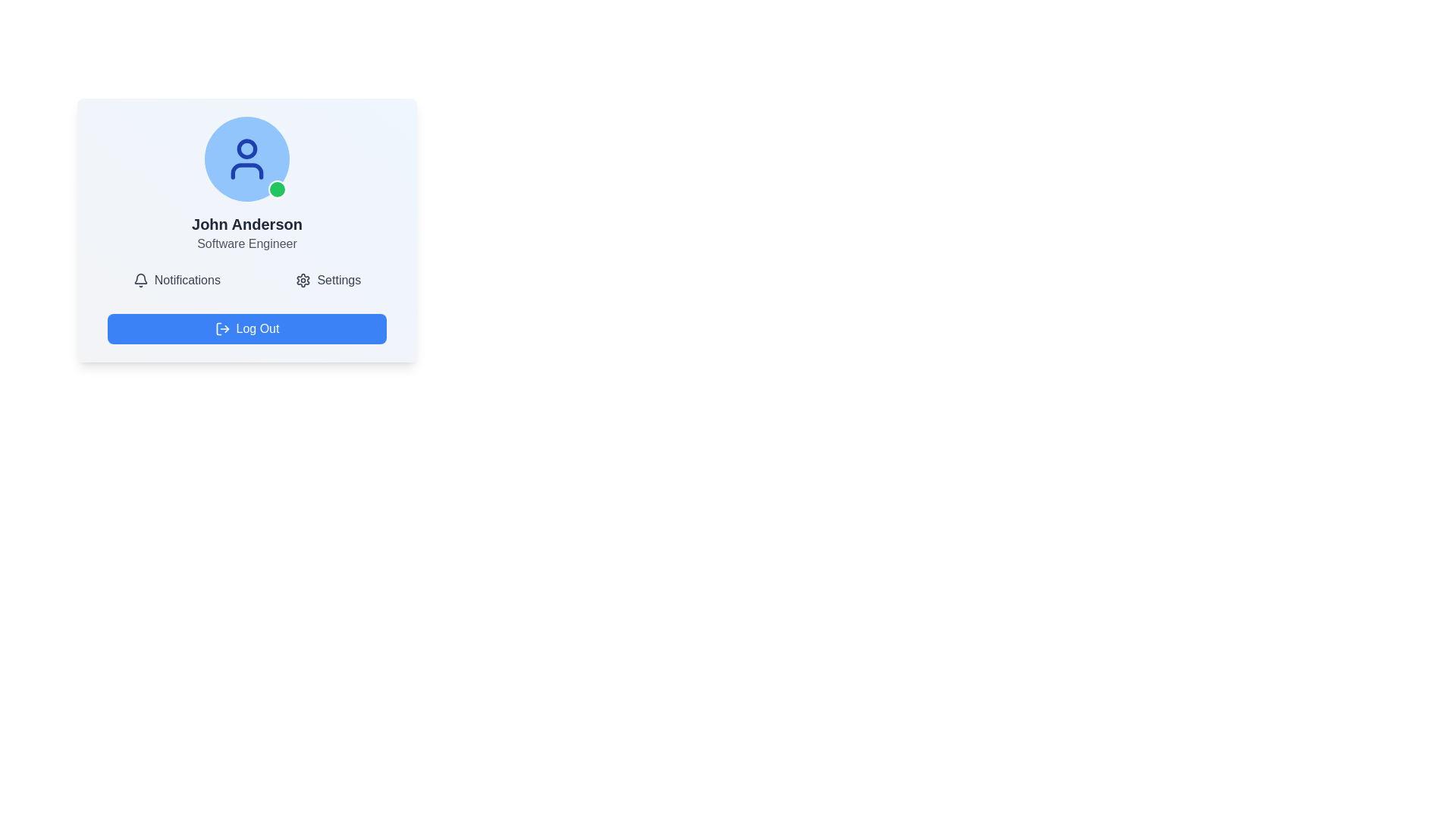  I want to click on text label displaying 'John Anderson' which is a bold, large font element located above the subtitle 'Software Engineer' in the center of the interface, so click(247, 224).